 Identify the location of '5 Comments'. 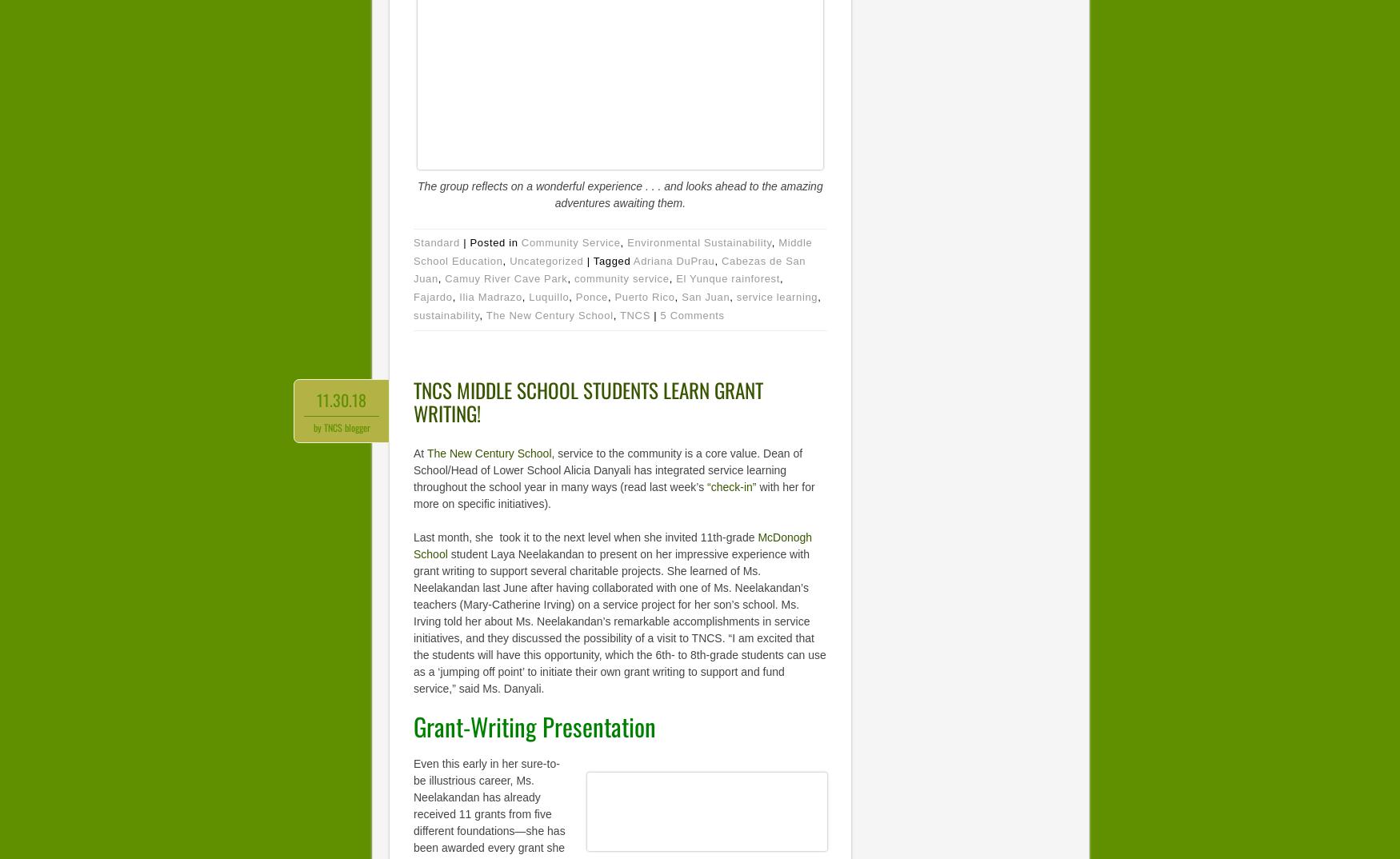
(692, 314).